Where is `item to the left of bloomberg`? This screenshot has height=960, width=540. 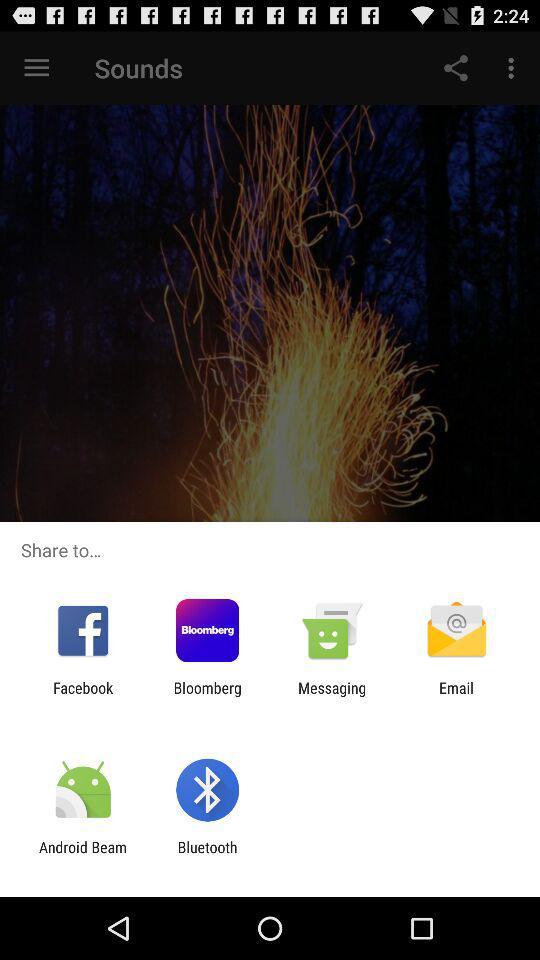 item to the left of bloomberg is located at coordinates (82, 696).